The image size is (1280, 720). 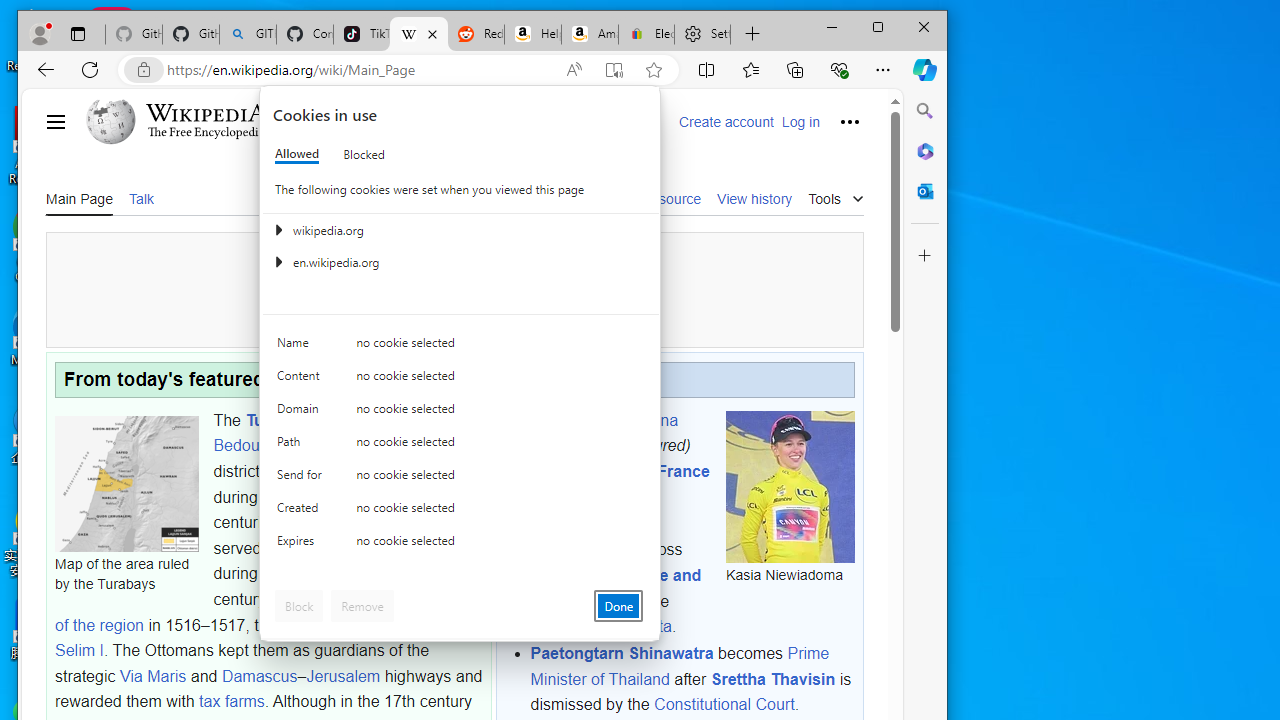 I want to click on 'Created', so click(x=301, y=511).